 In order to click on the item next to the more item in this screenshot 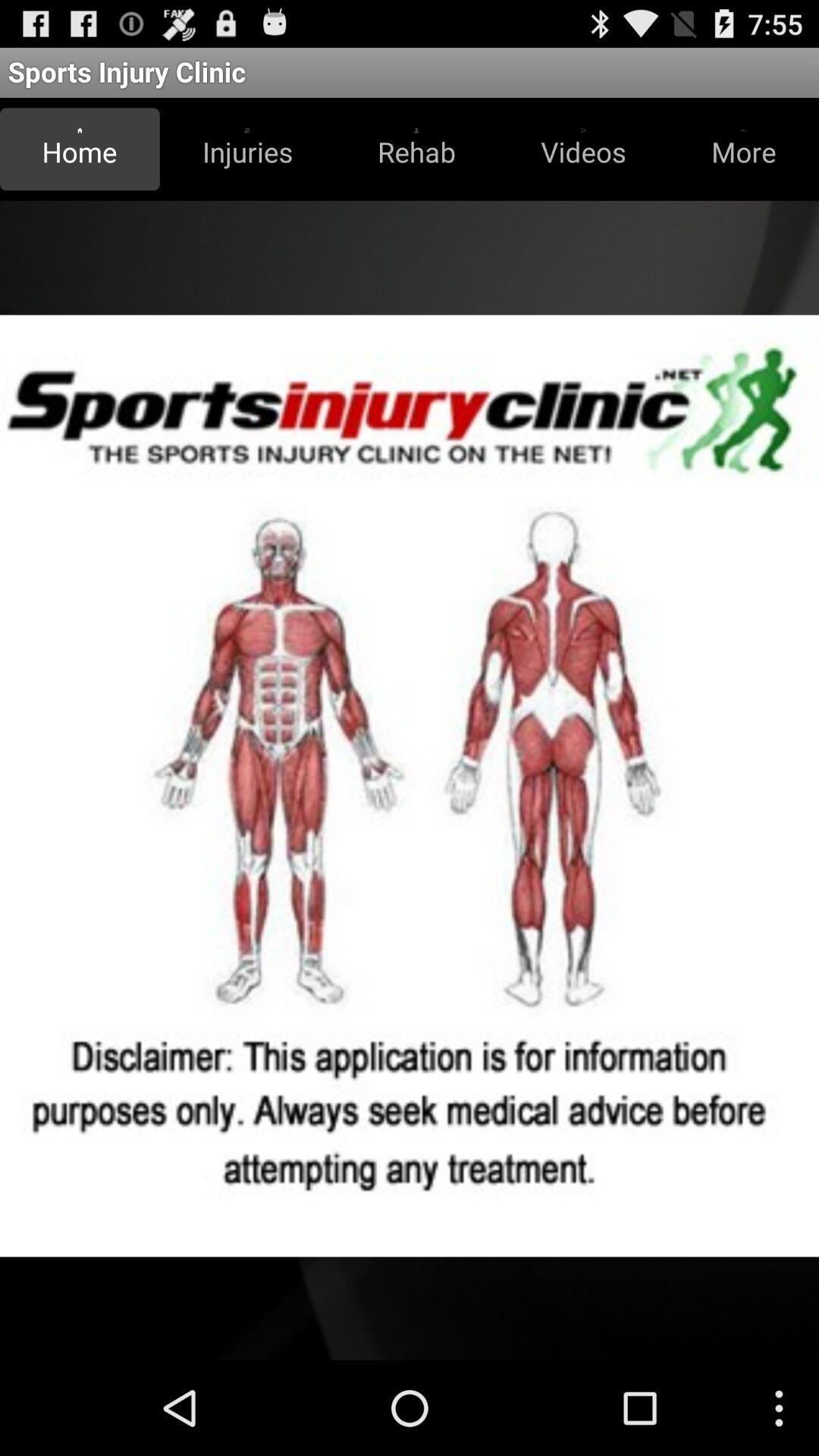, I will do `click(582, 149)`.